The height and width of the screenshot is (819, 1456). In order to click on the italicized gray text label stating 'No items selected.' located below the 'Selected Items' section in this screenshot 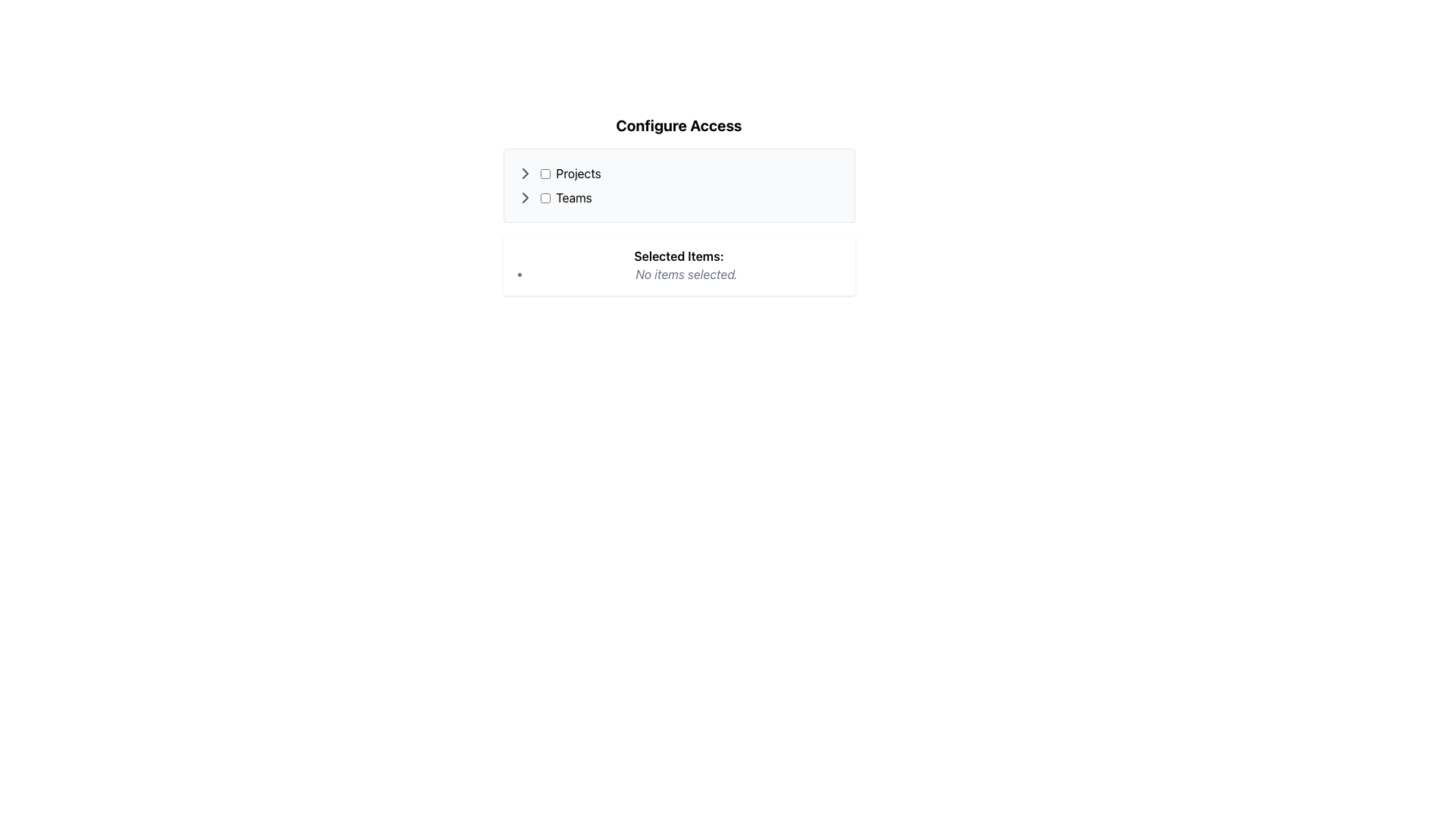, I will do `click(686, 275)`.